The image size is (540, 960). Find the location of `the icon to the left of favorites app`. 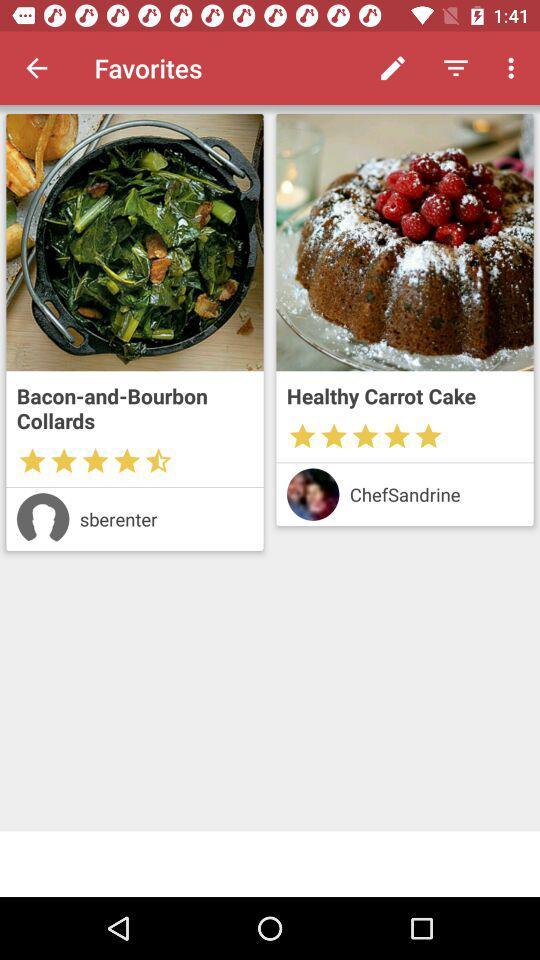

the icon to the left of favorites app is located at coordinates (36, 68).